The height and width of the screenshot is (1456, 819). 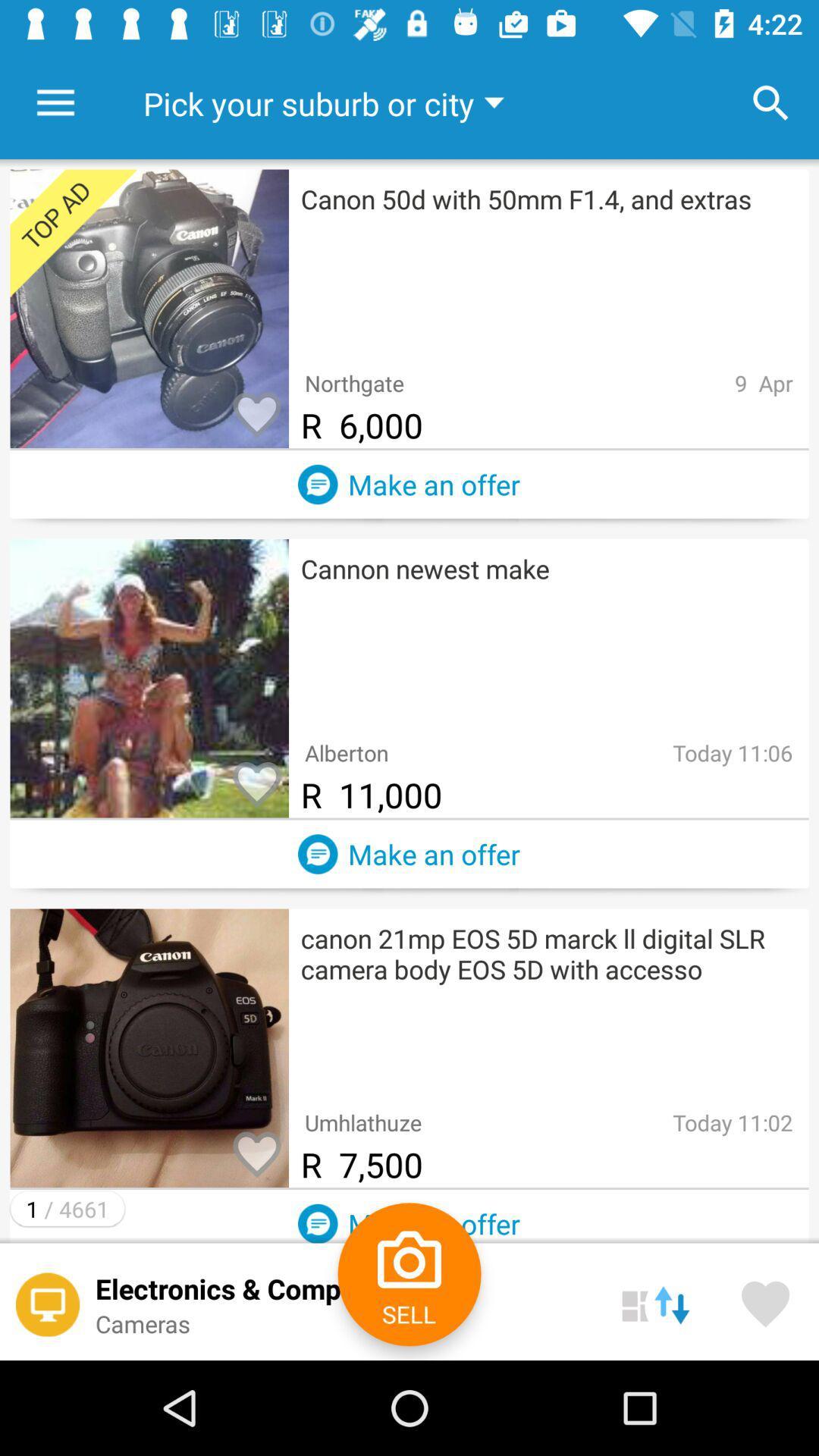 I want to click on the swap icon, so click(x=654, y=1301).